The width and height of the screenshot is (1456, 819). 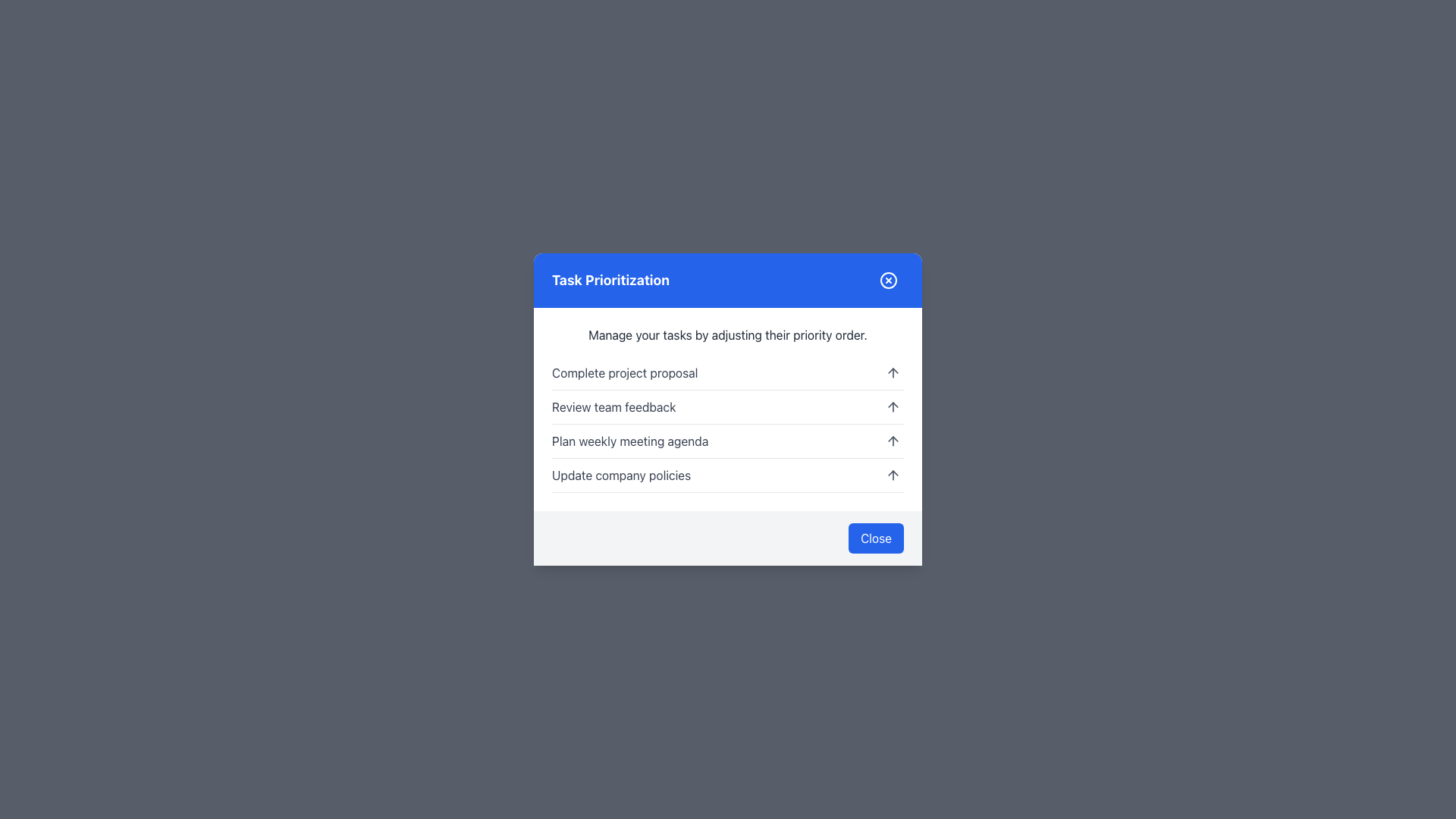 I want to click on the second upward-pointing arrow button located, so click(x=893, y=406).